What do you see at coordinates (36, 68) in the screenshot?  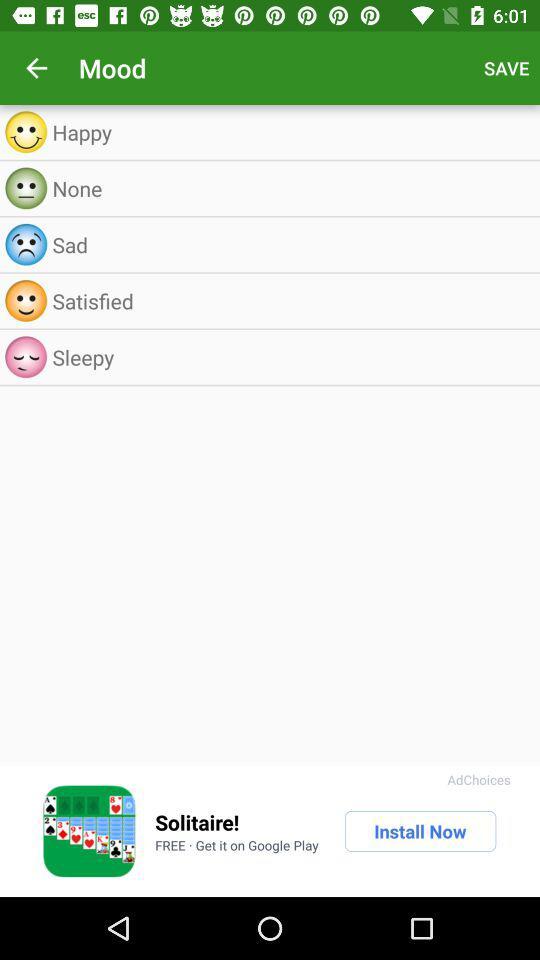 I see `the icon above the  happy item` at bounding box center [36, 68].